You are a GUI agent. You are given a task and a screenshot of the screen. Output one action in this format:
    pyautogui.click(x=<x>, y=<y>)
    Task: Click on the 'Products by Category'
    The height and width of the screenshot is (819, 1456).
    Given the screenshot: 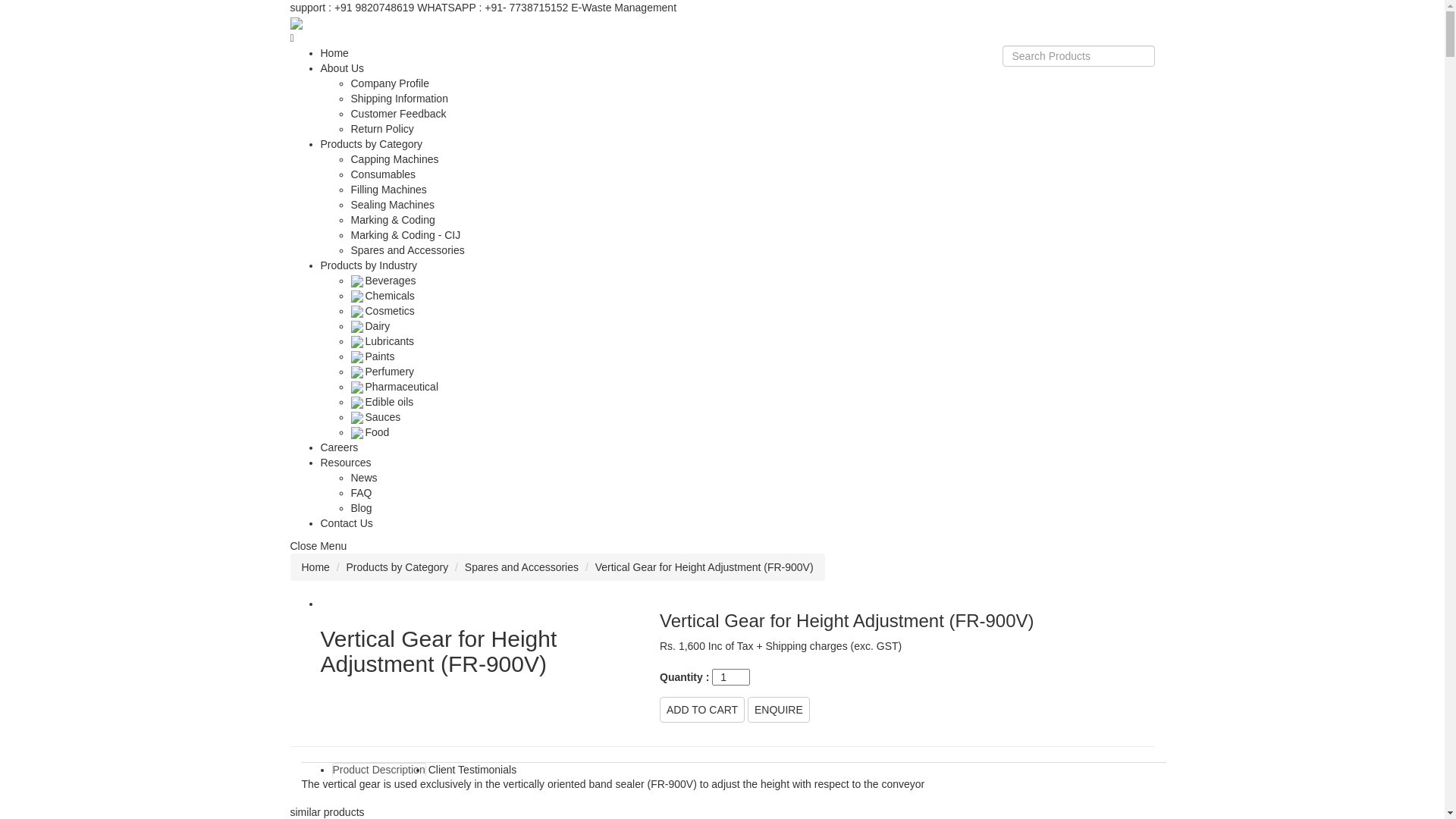 What is the action you would take?
    pyautogui.click(x=371, y=143)
    